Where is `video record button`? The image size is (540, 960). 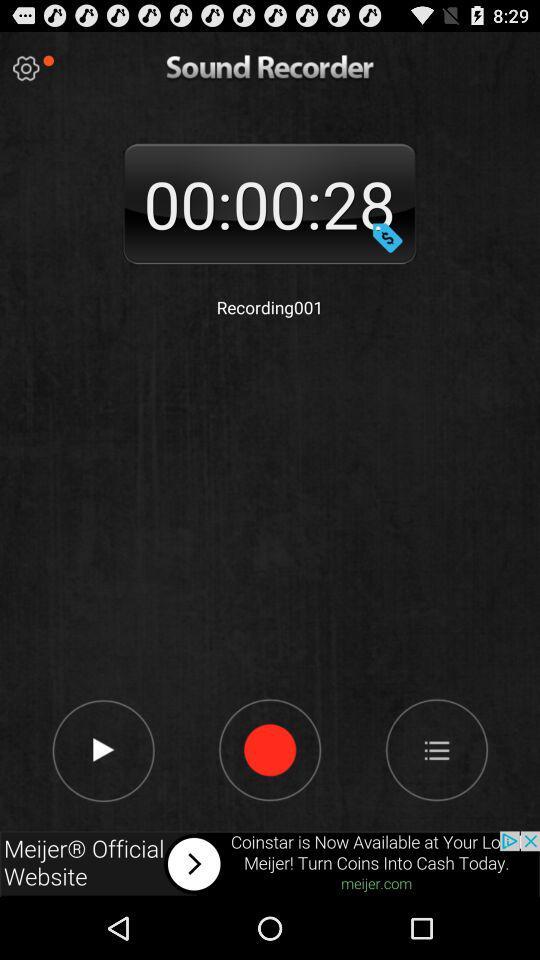 video record button is located at coordinates (269, 748).